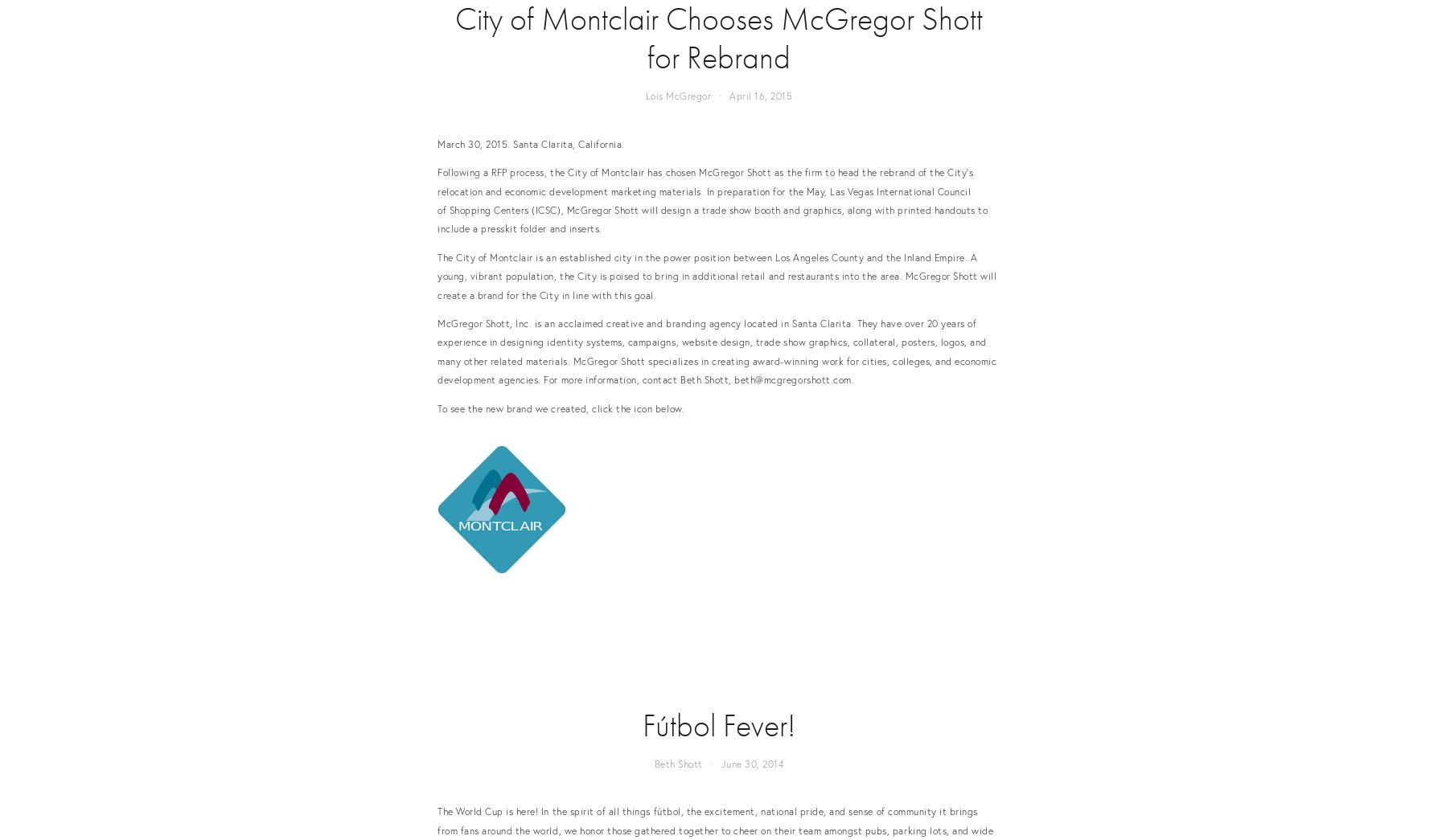 This screenshot has height=840, width=1438. I want to click on 'Lois McGregor', so click(677, 95).